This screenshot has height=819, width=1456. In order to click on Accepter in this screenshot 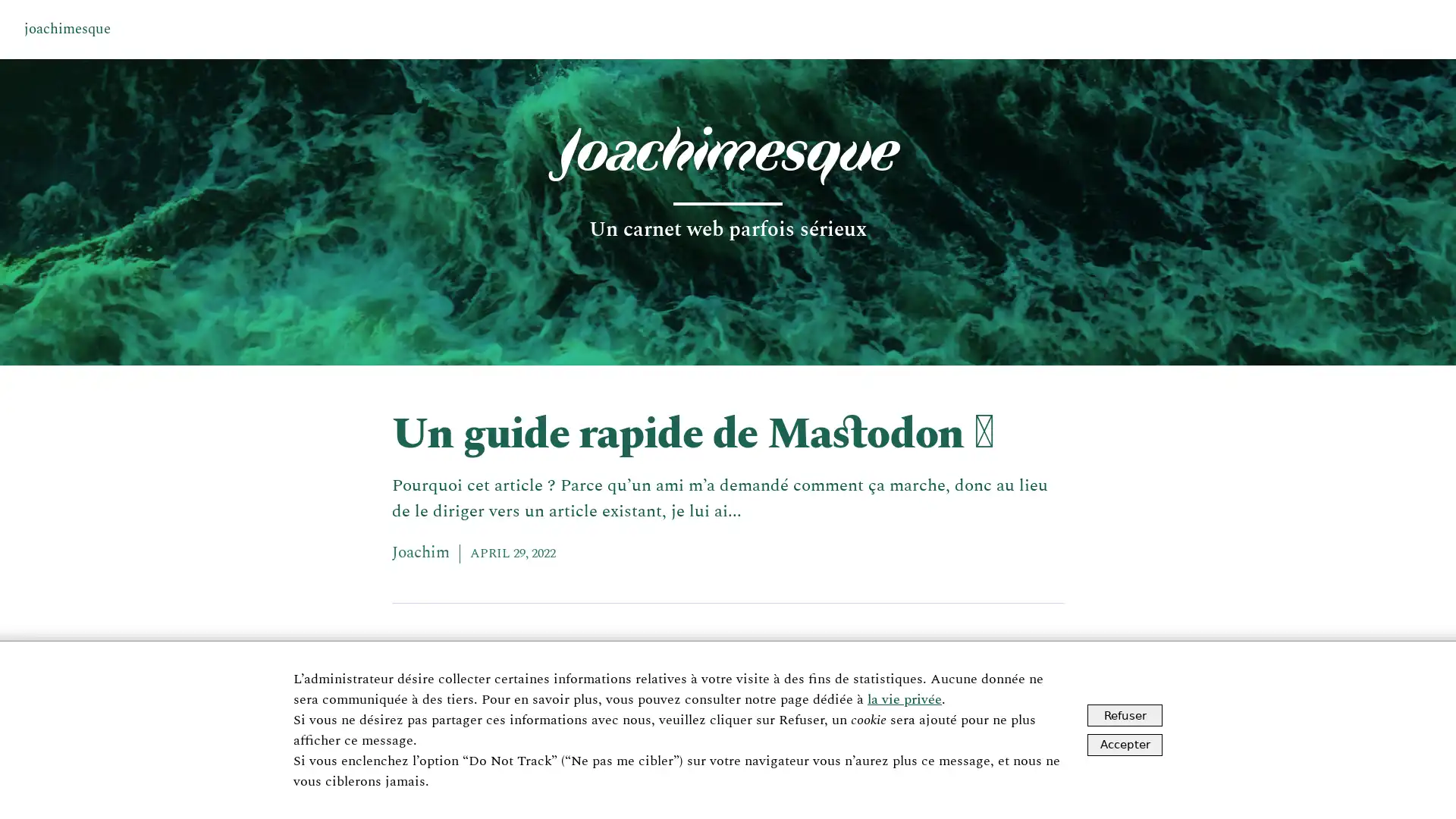, I will do `click(1125, 743)`.